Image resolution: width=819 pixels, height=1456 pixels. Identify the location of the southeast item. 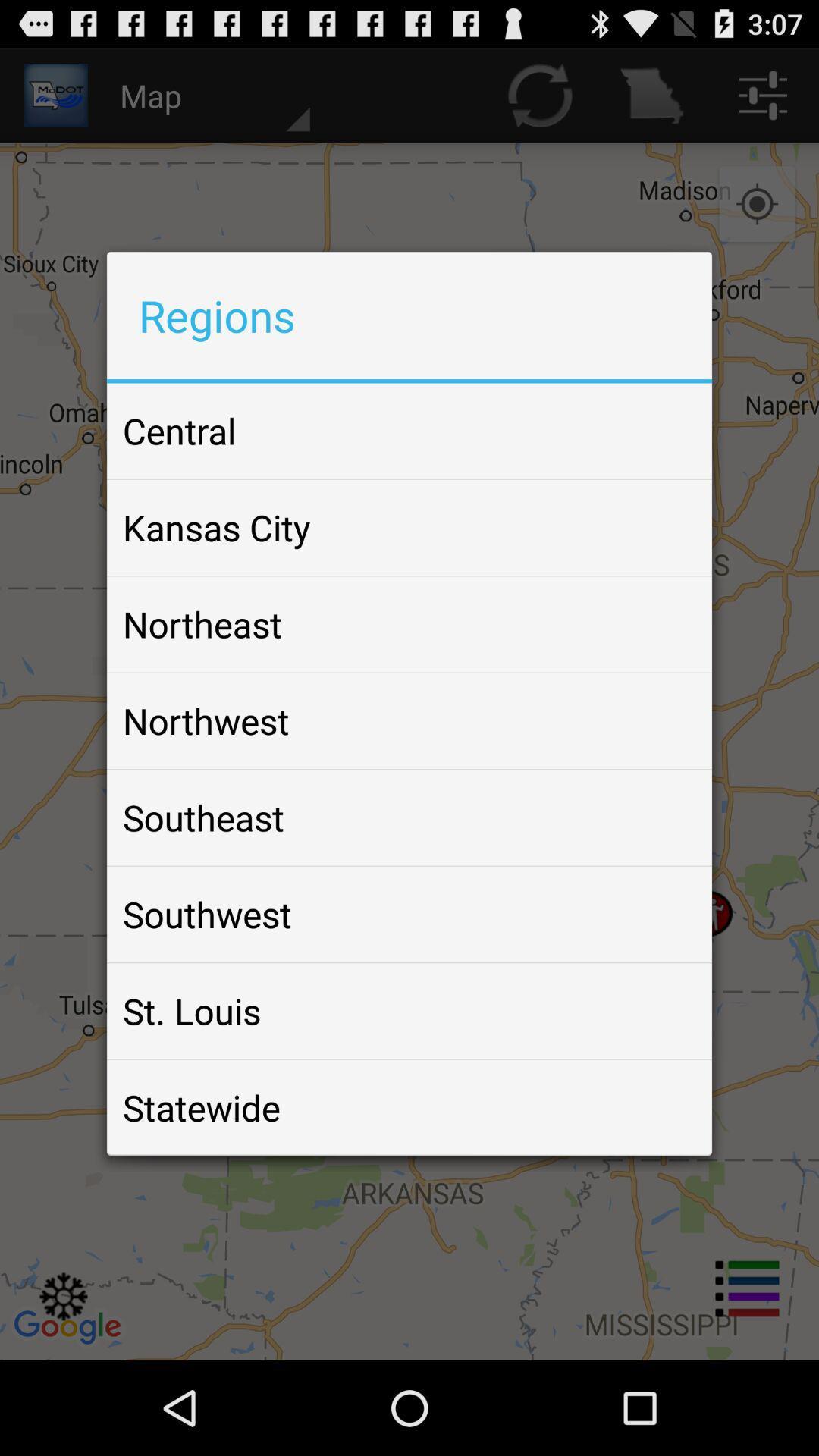
(202, 817).